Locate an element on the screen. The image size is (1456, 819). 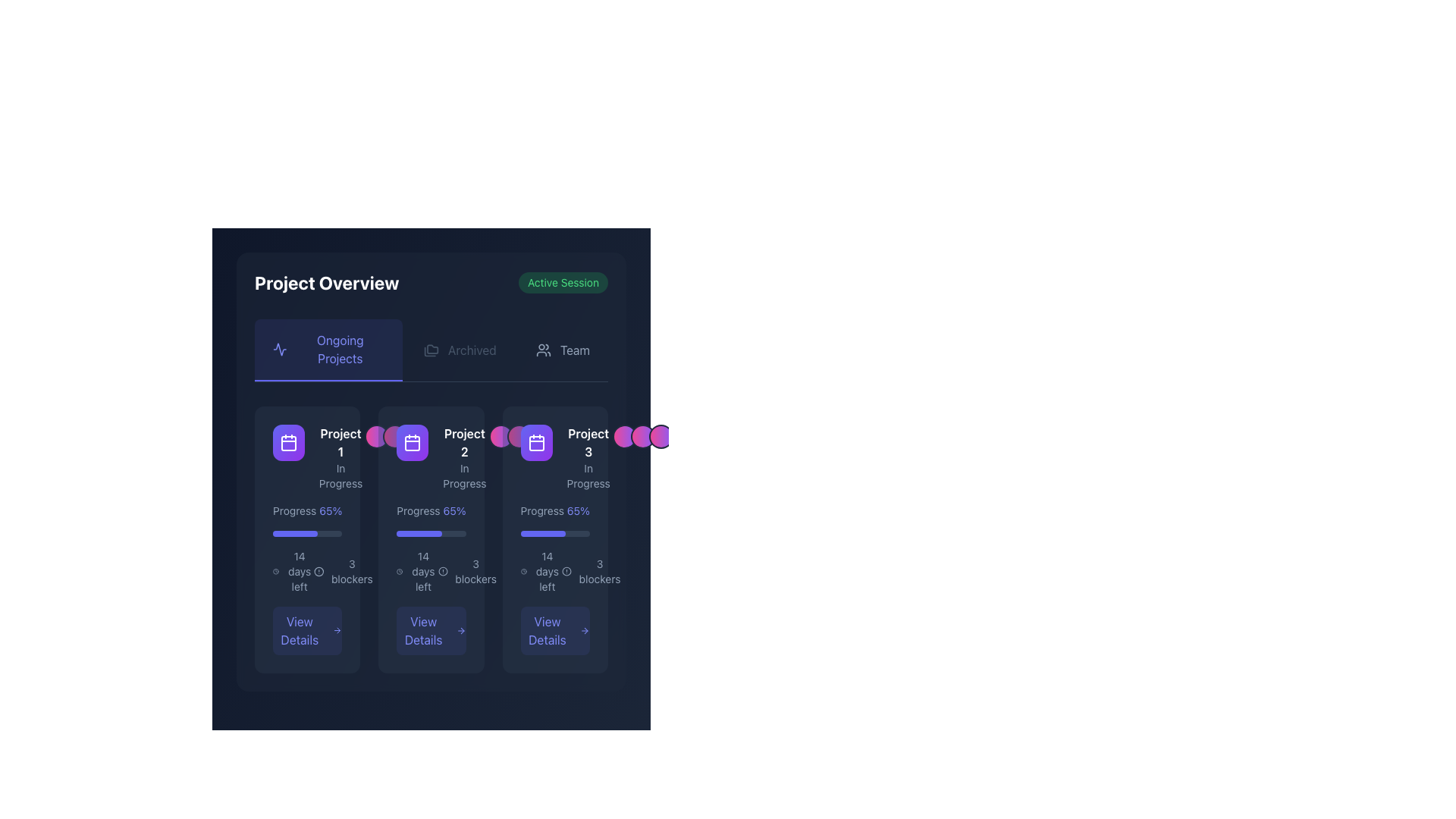
the square button with a gradient background and a white calendar icon at the center, located in the 'Ongoing Projects' section of 'Project 3' is located at coordinates (536, 442).